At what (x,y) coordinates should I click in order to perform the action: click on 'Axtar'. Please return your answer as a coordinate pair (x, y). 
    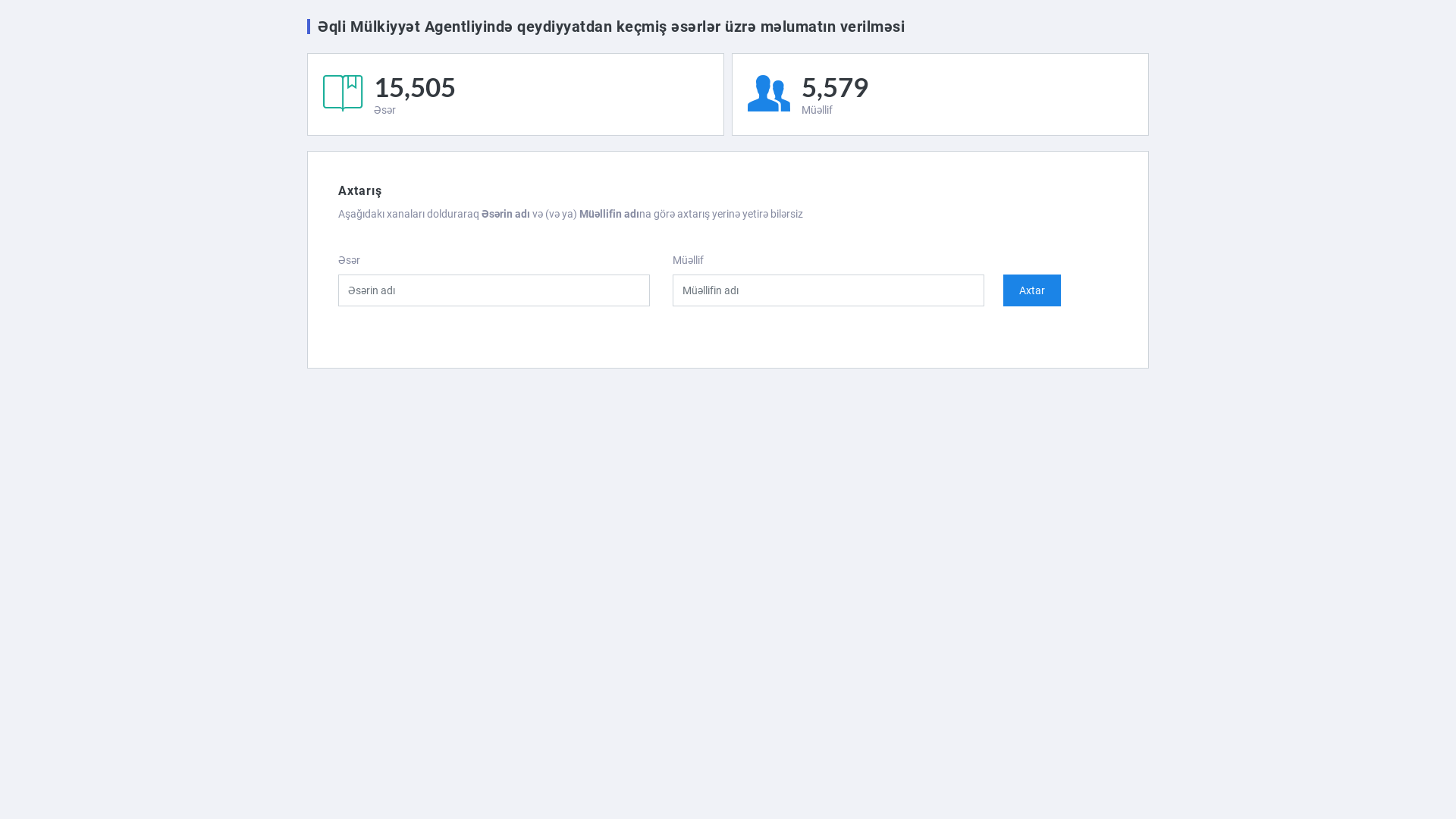
    Looking at the image, I should click on (1031, 290).